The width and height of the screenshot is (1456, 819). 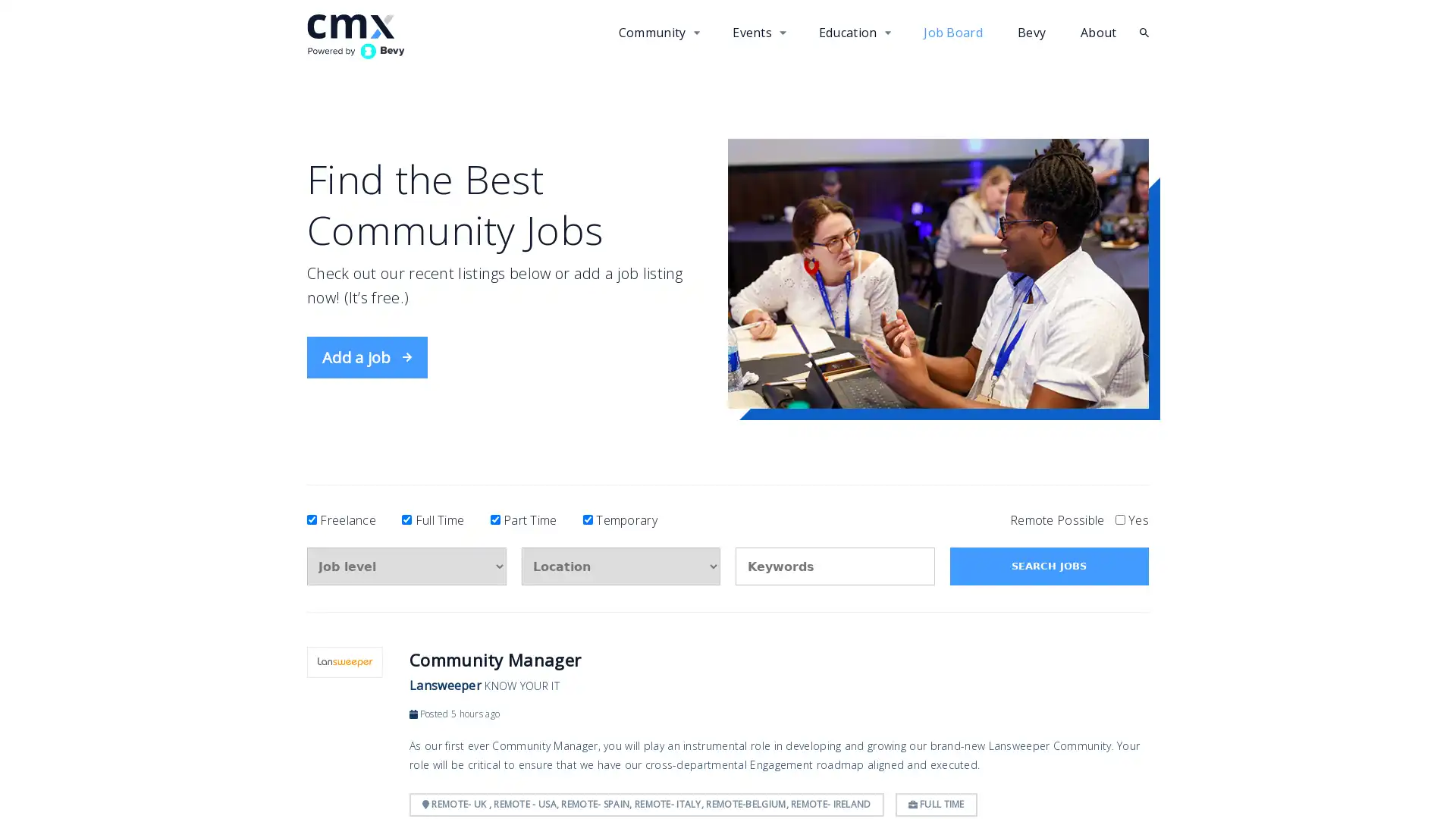 What do you see at coordinates (1048, 566) in the screenshot?
I see `Search Jobs` at bounding box center [1048, 566].